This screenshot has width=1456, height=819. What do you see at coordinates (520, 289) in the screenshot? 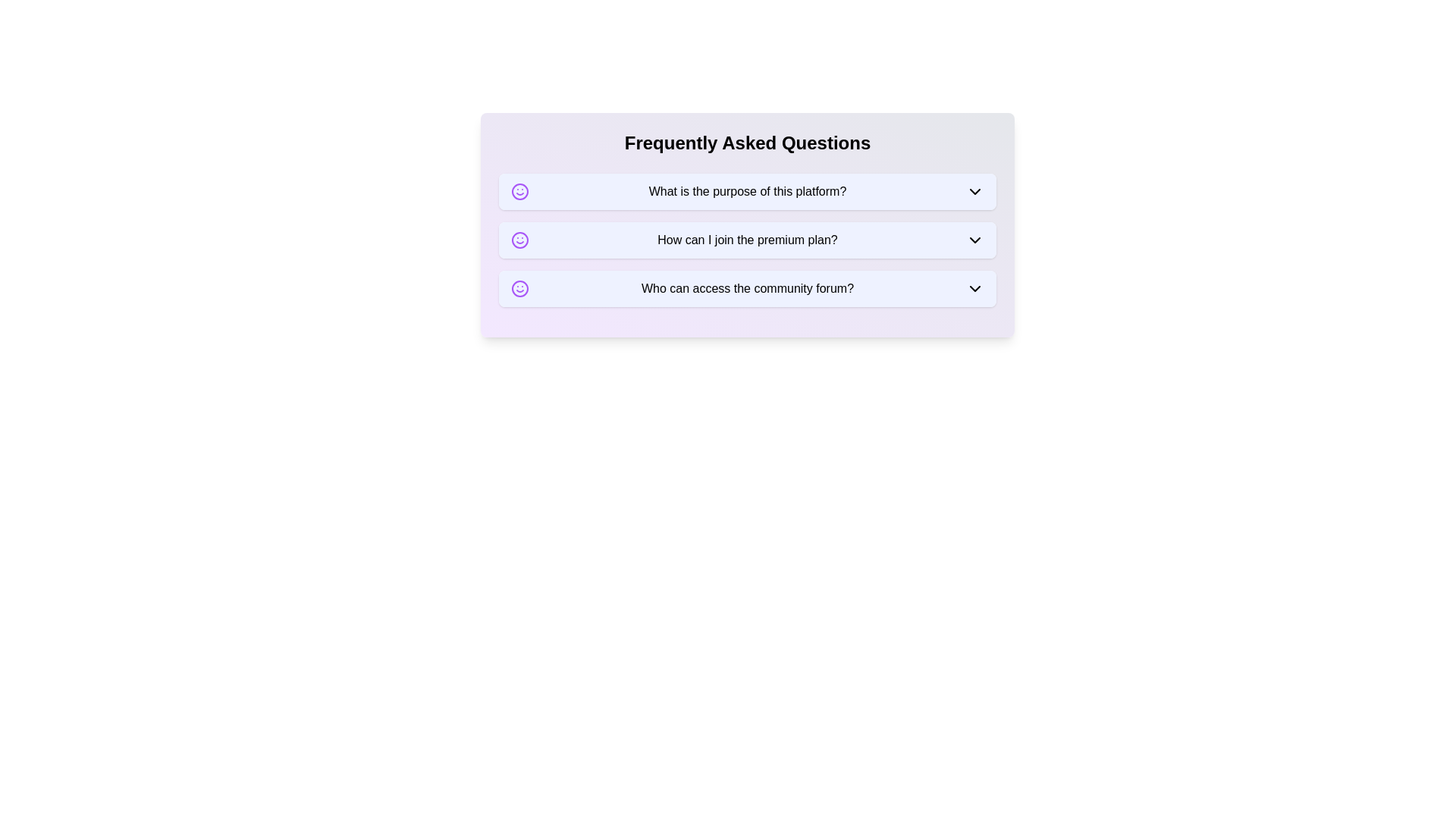
I see `the decorative icon or glyph located to the left of the text in the FAQ item labeled 'Who can access the community forum?'` at bounding box center [520, 289].